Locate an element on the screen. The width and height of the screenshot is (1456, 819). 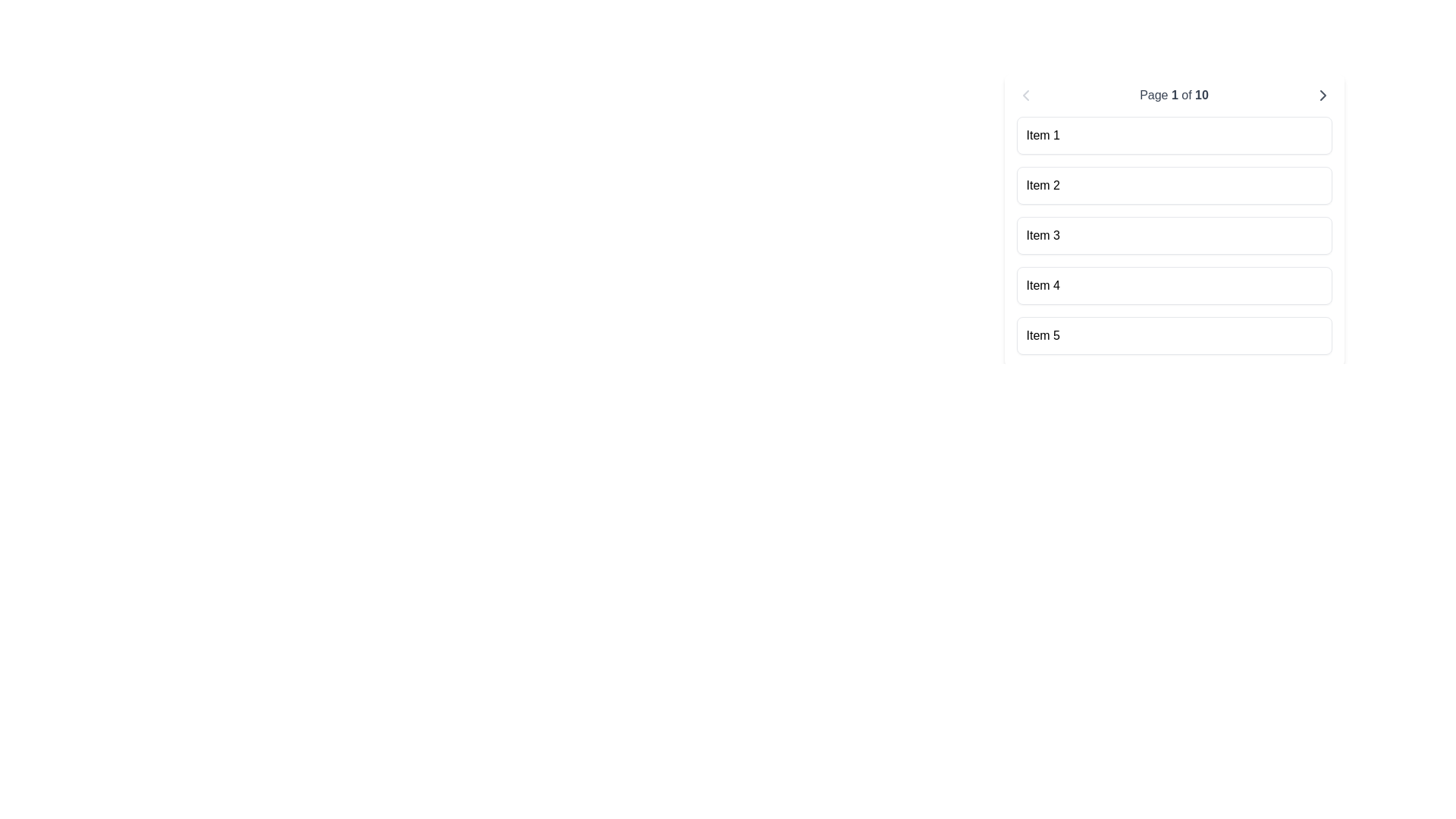
the list item labeled 'Item 1' located at the topmost position in a vertically stacked list on the central-right part of the interface is located at coordinates (1173, 134).